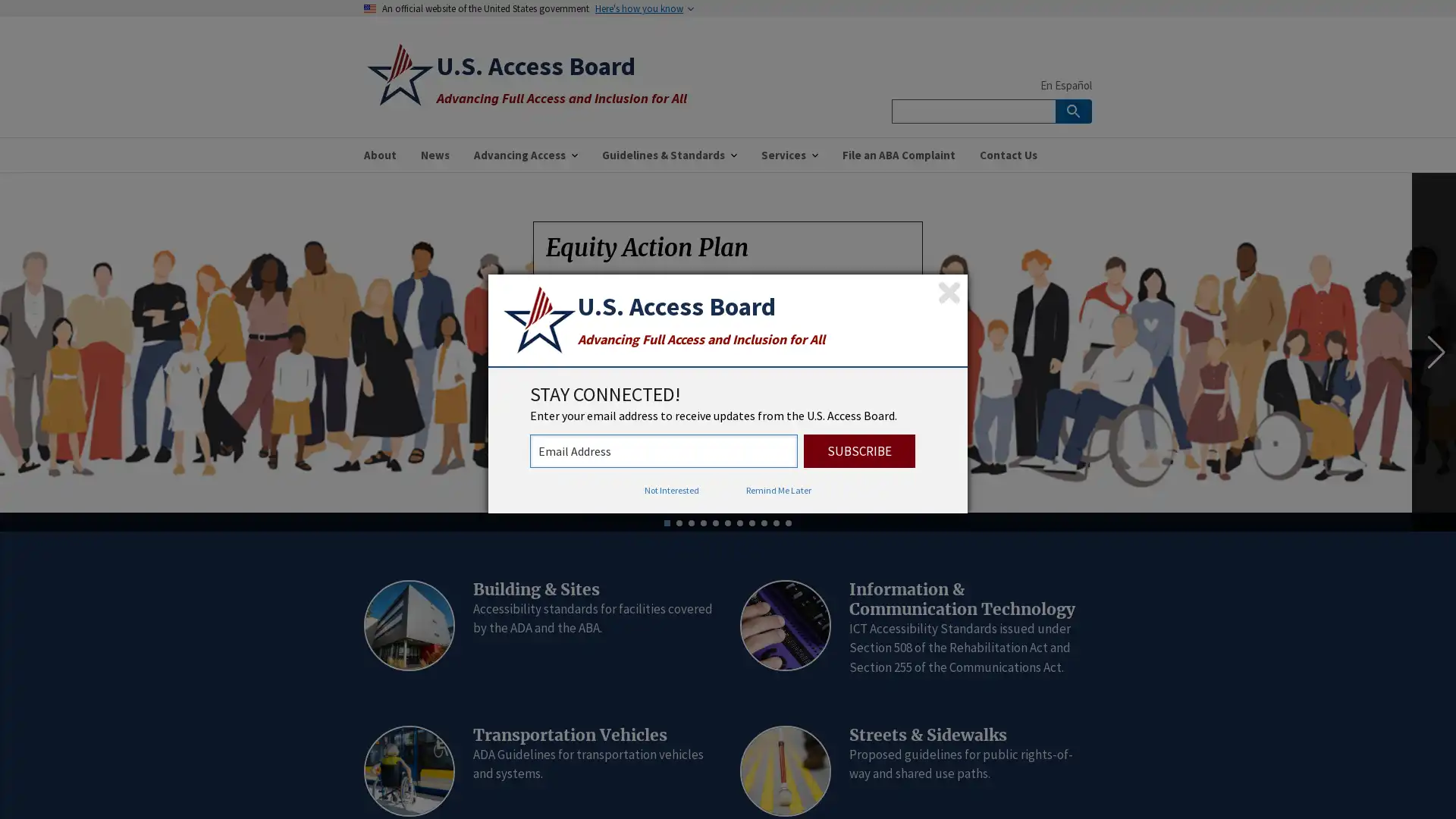 This screenshot has width=1456, height=819. What do you see at coordinates (639, 8) in the screenshot?
I see `Here's how you know` at bounding box center [639, 8].